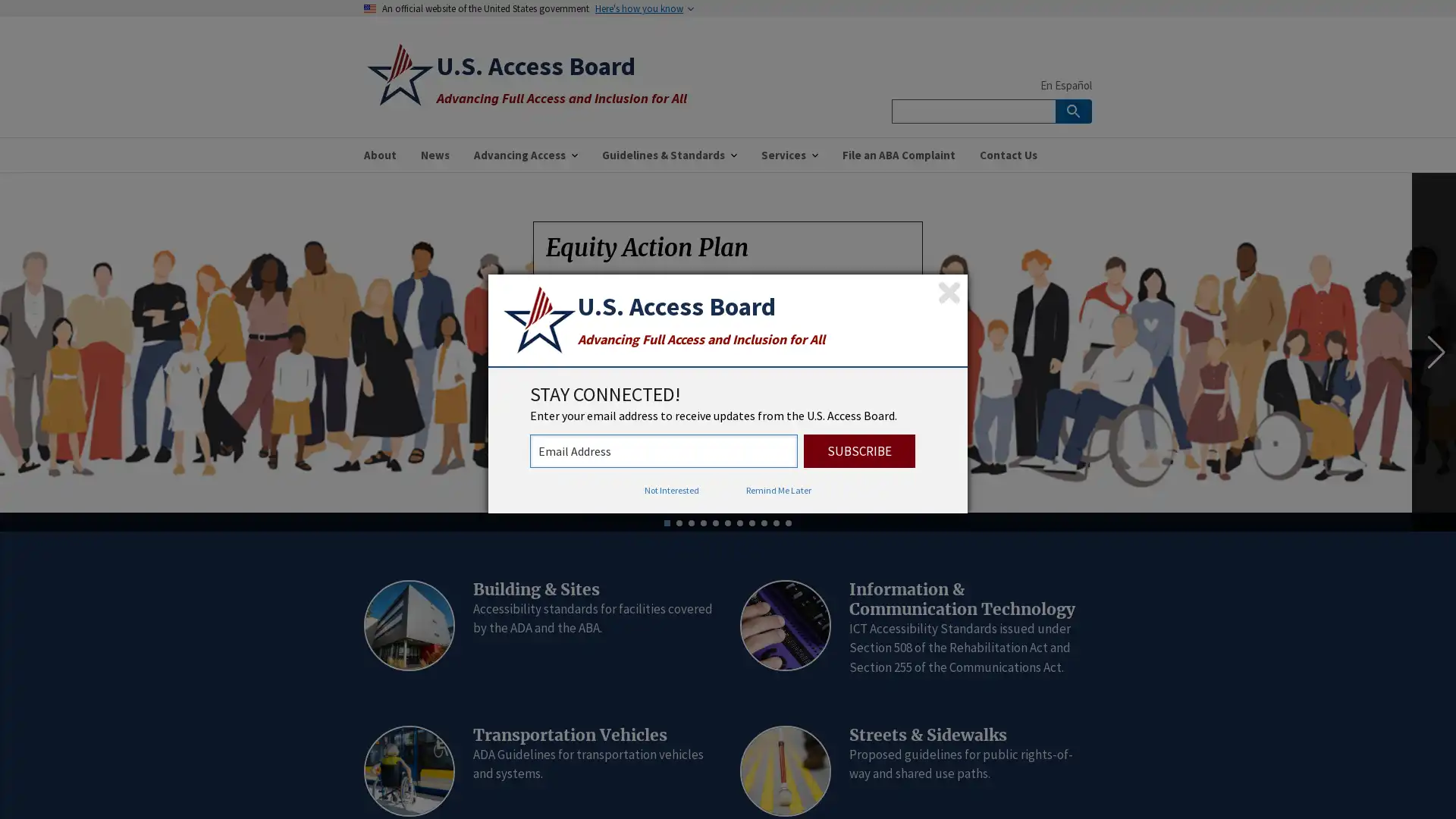 This screenshot has width=1456, height=819. What do you see at coordinates (639, 8) in the screenshot?
I see `Here's how you know` at bounding box center [639, 8].